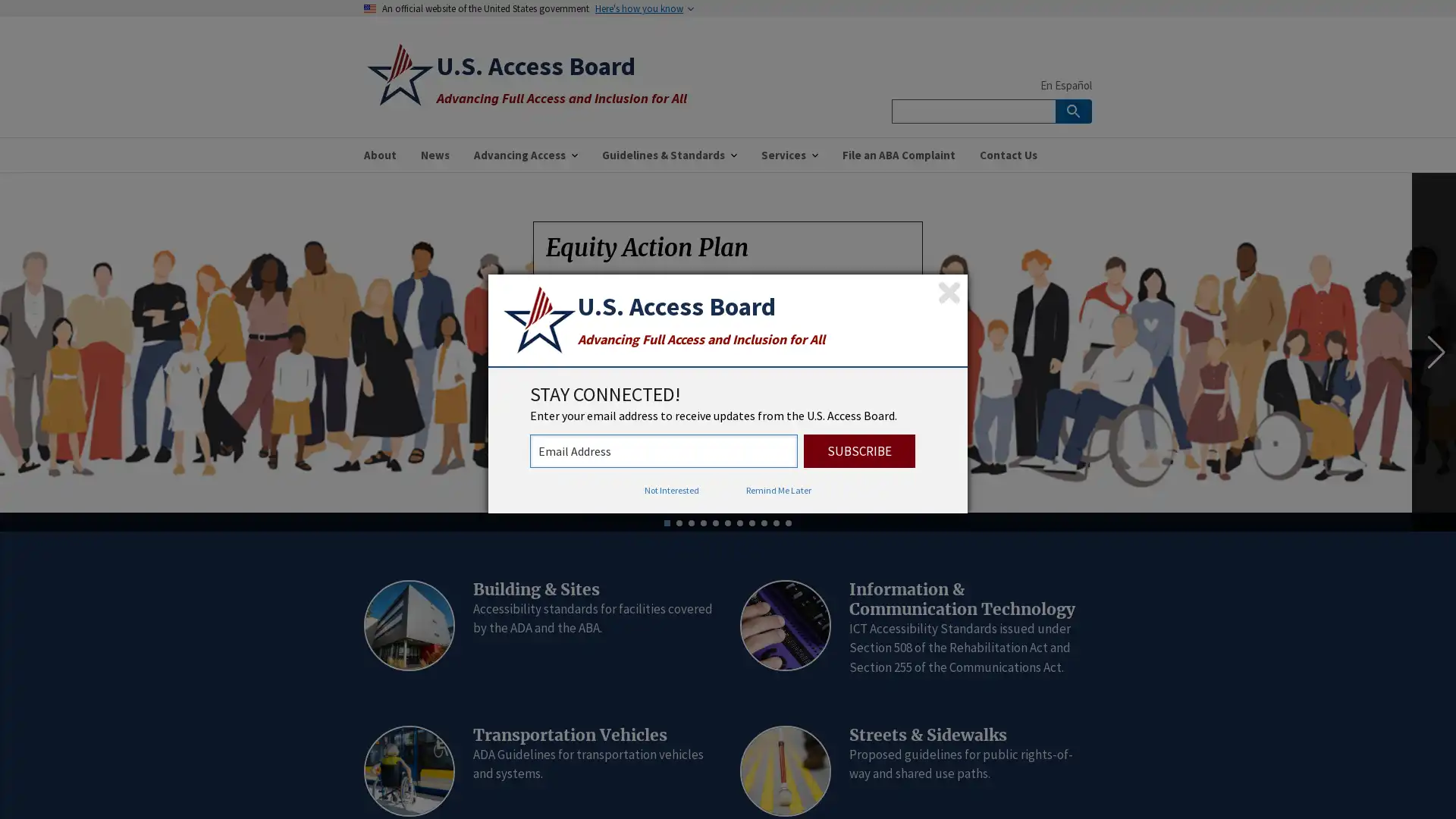 This screenshot has width=1456, height=819. What do you see at coordinates (639, 8) in the screenshot?
I see `Here's how you know` at bounding box center [639, 8].